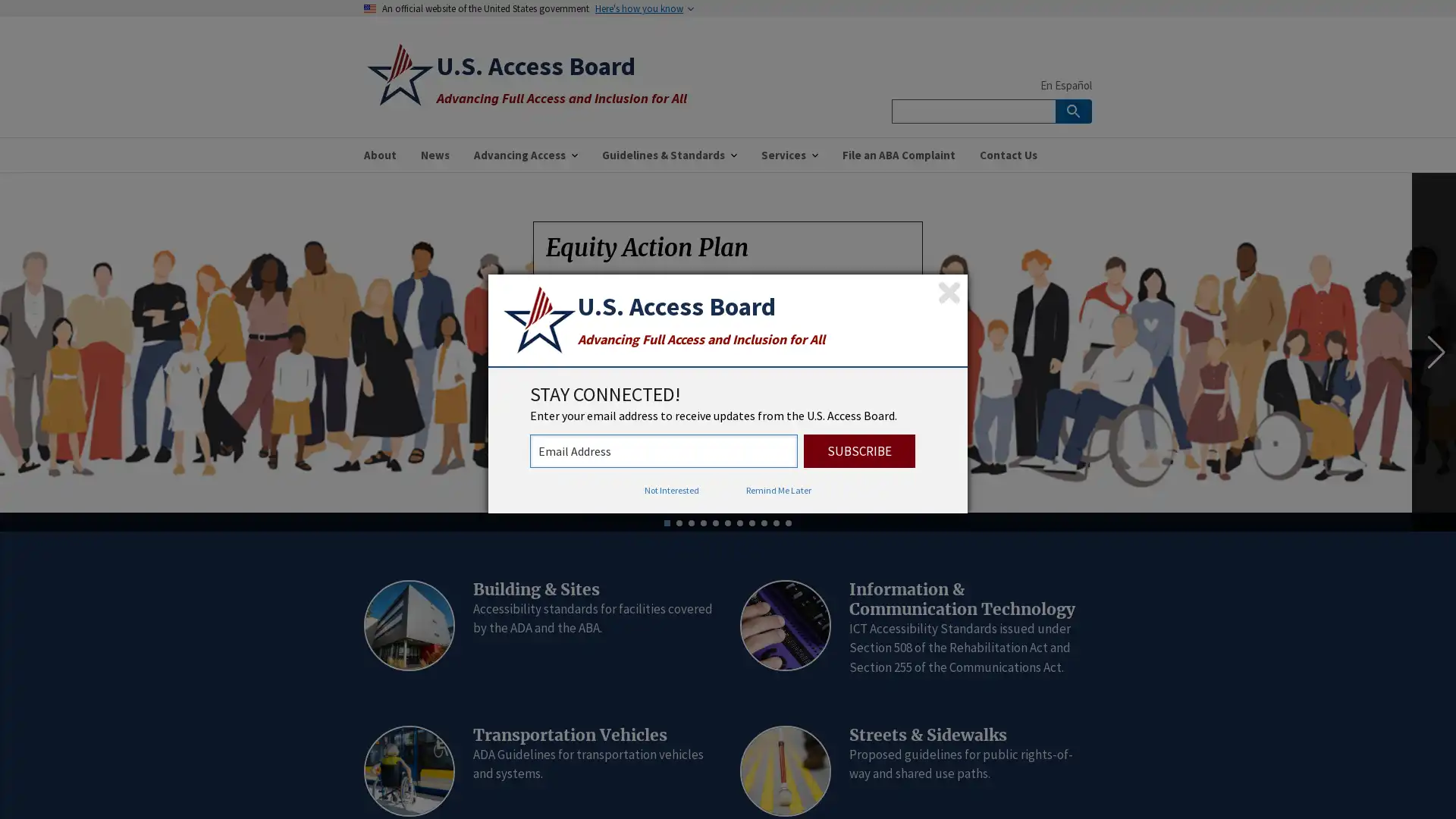 This screenshot has width=1456, height=819. What do you see at coordinates (639, 8) in the screenshot?
I see `Here's how you know` at bounding box center [639, 8].